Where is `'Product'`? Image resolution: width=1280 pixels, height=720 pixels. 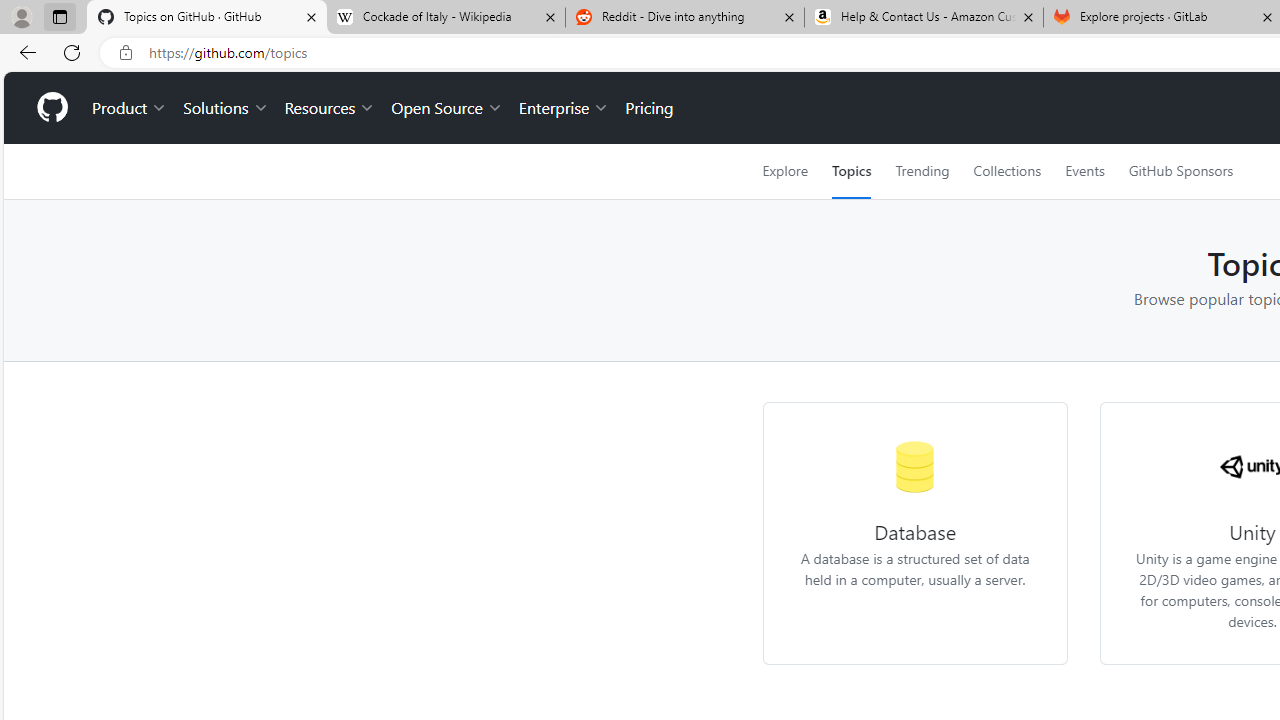 'Product' is located at coordinates (129, 108).